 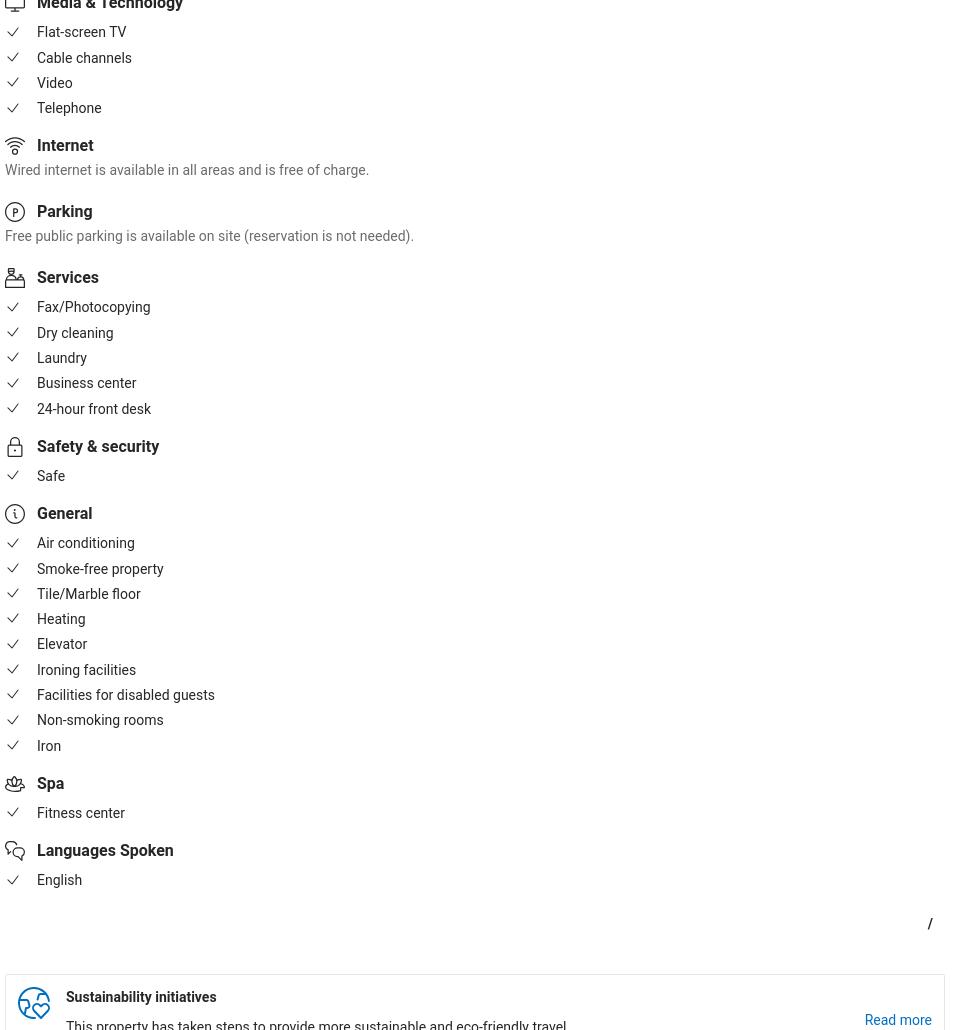 I want to click on 'Languages Spoken', so click(x=103, y=848).